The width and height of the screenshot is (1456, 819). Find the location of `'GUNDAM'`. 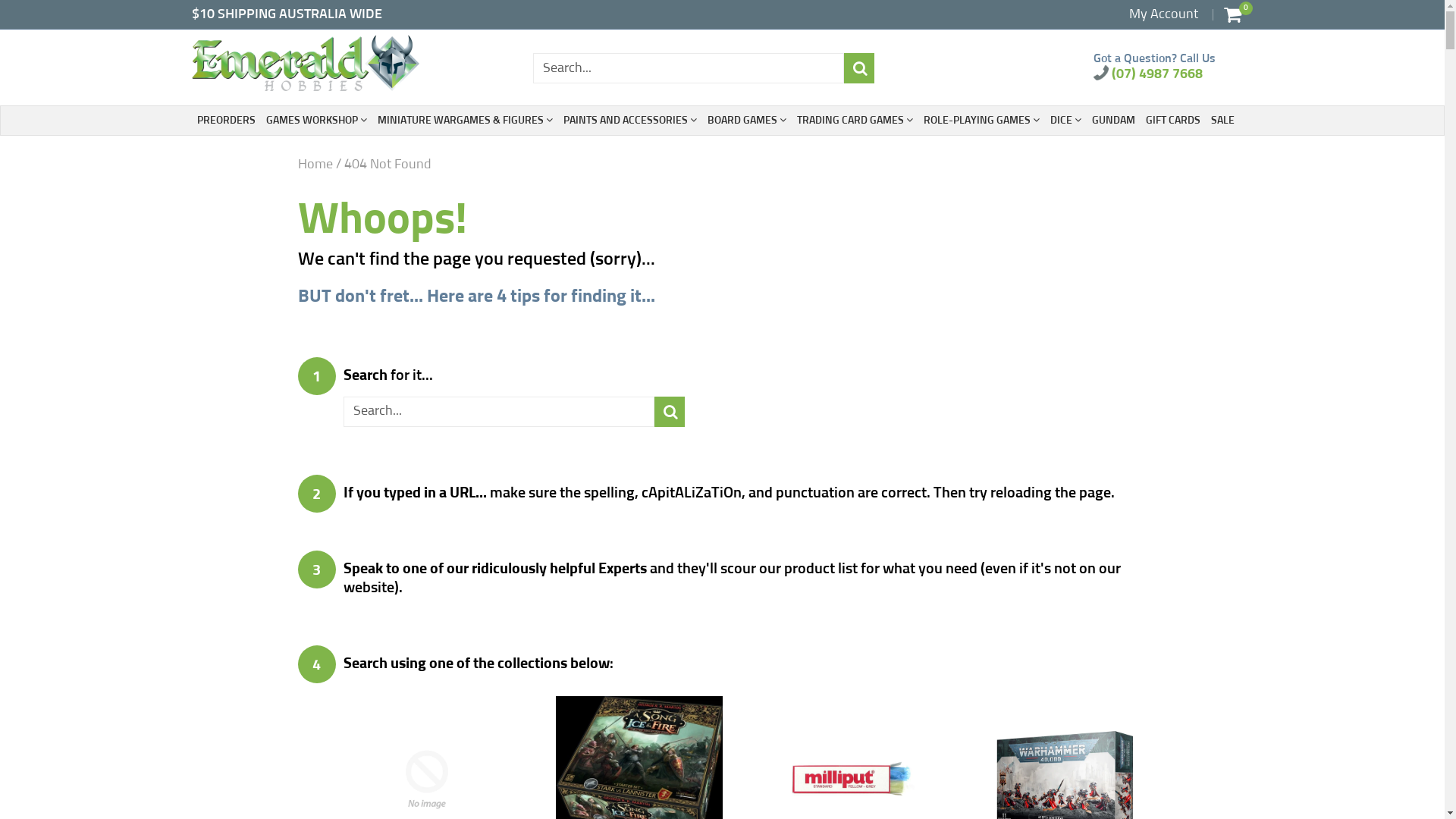

'GUNDAM' is located at coordinates (1113, 119).